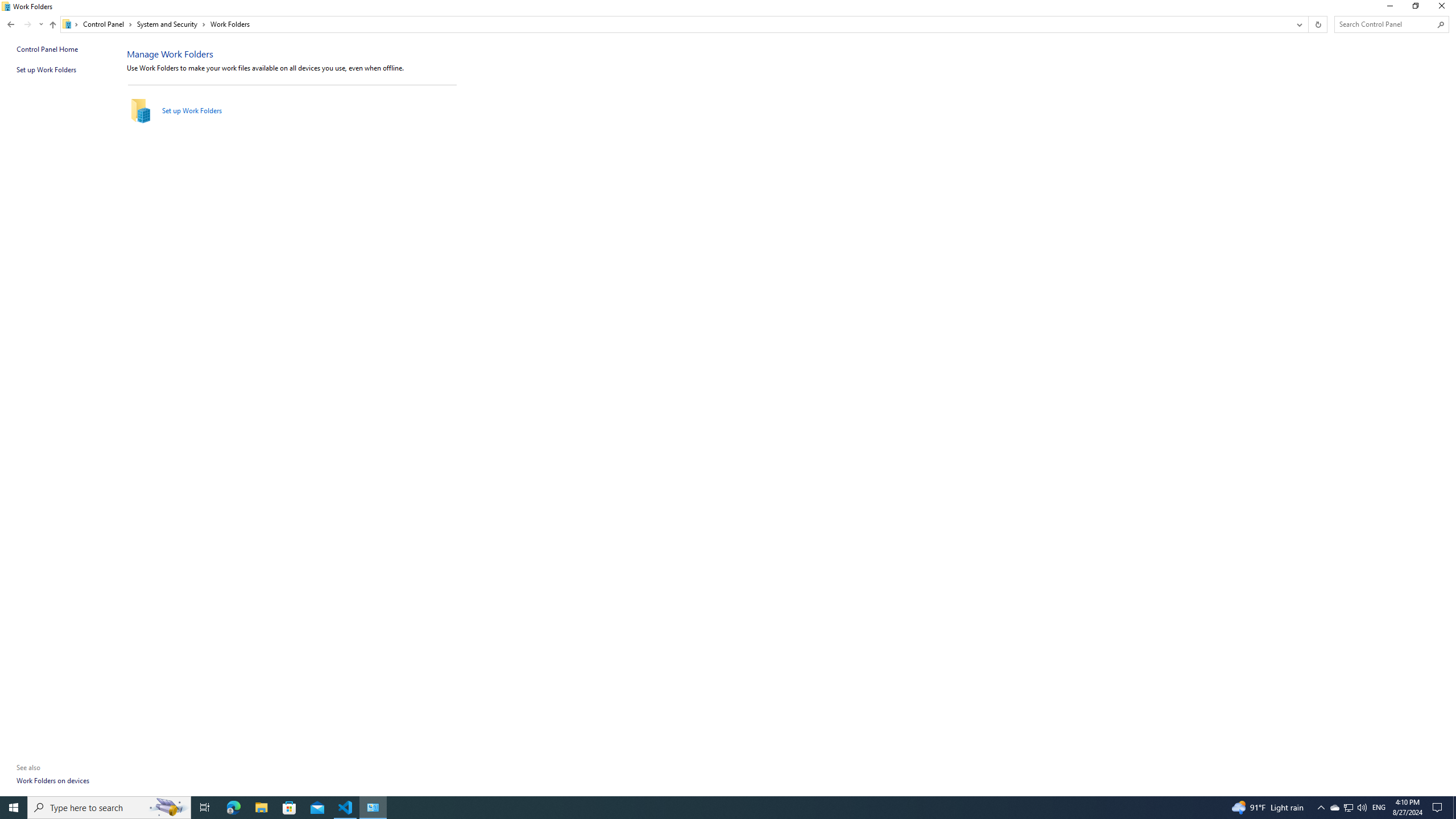 This screenshot has height=819, width=1456. I want to click on 'Control Panel Home', so click(47, 48).